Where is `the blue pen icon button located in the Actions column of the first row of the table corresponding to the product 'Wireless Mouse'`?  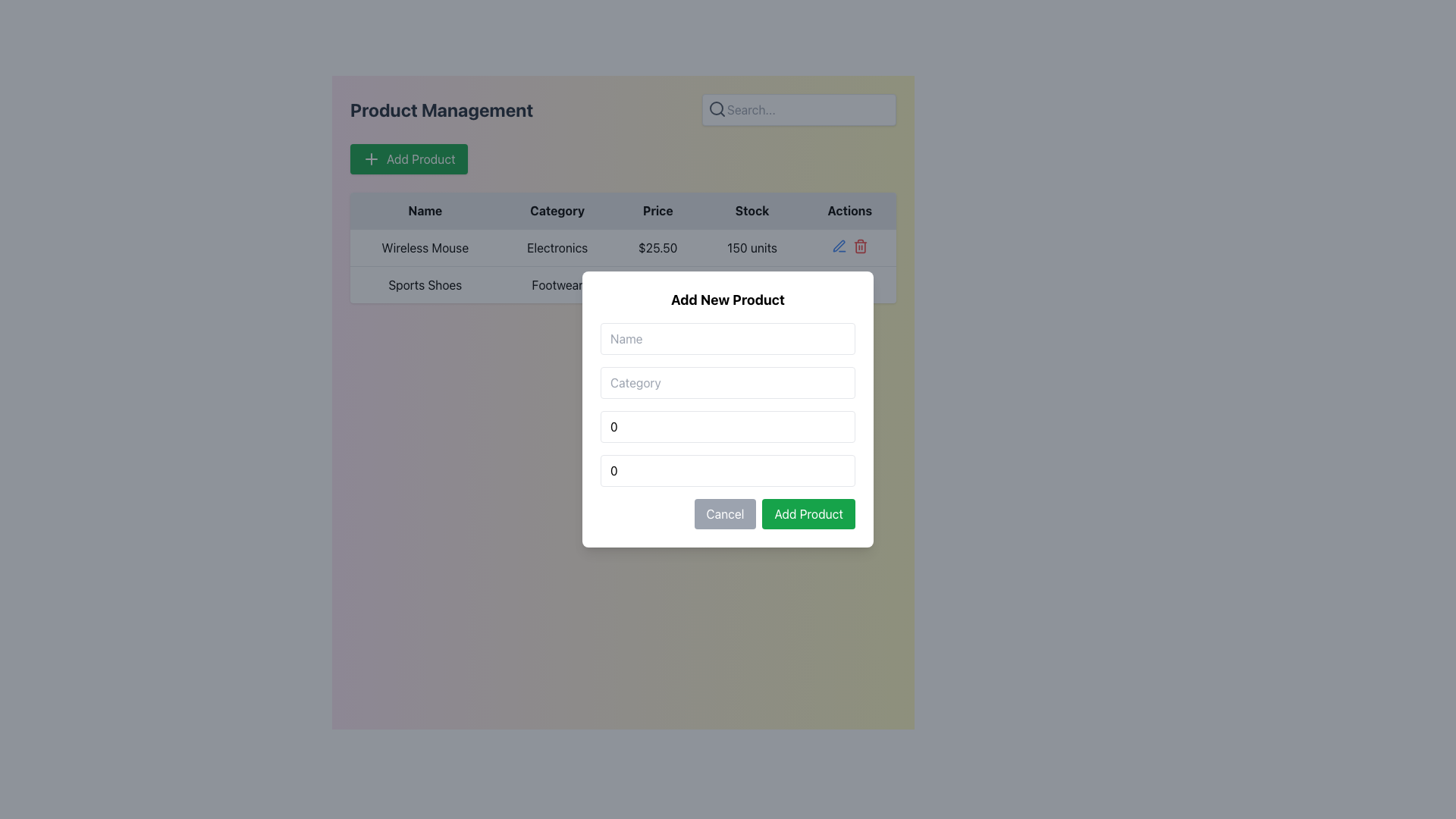 the blue pen icon button located in the Actions column of the first row of the table corresponding to the product 'Wireless Mouse' is located at coordinates (838, 245).